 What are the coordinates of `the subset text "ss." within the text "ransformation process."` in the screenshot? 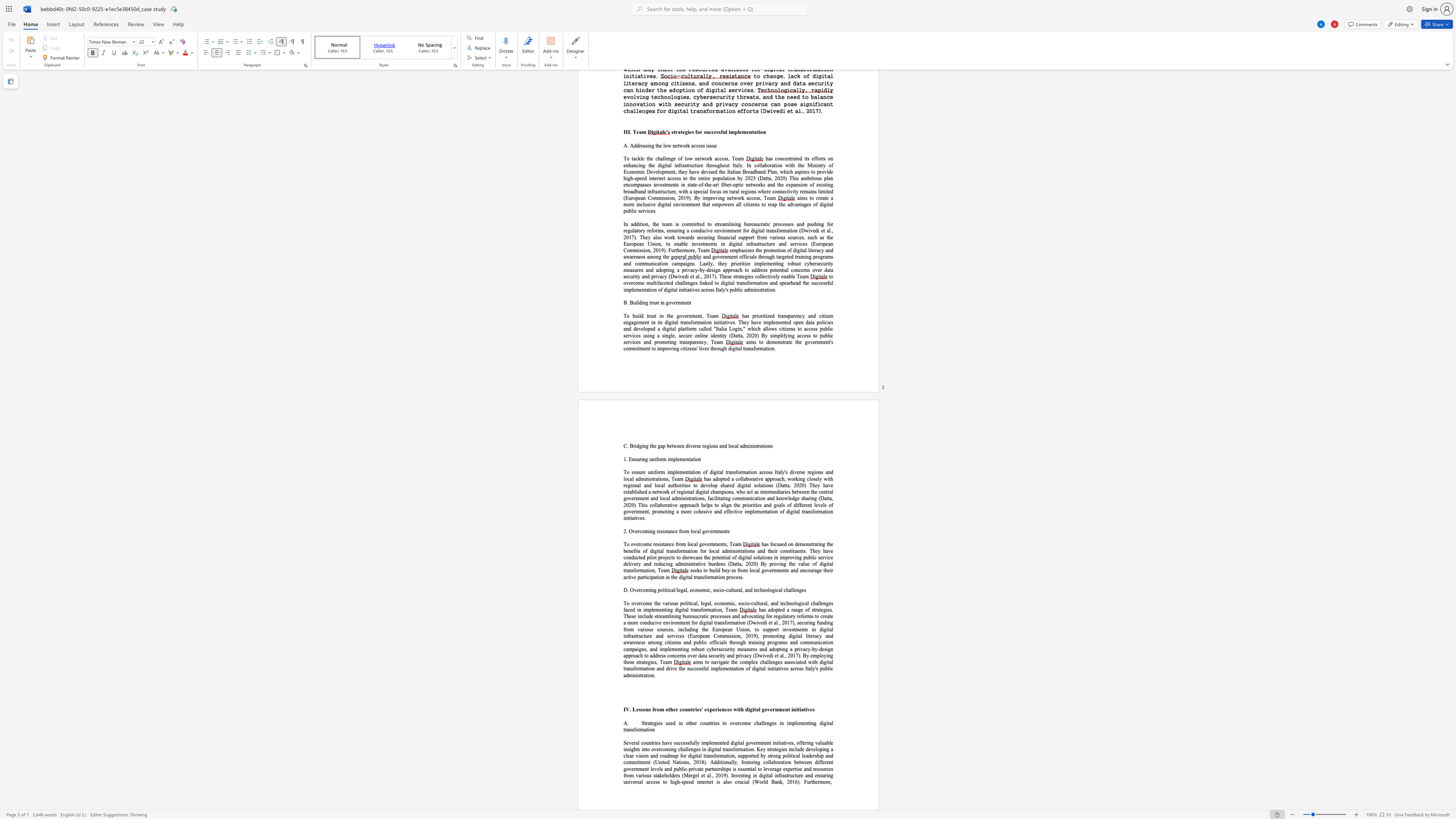 It's located at (738, 577).